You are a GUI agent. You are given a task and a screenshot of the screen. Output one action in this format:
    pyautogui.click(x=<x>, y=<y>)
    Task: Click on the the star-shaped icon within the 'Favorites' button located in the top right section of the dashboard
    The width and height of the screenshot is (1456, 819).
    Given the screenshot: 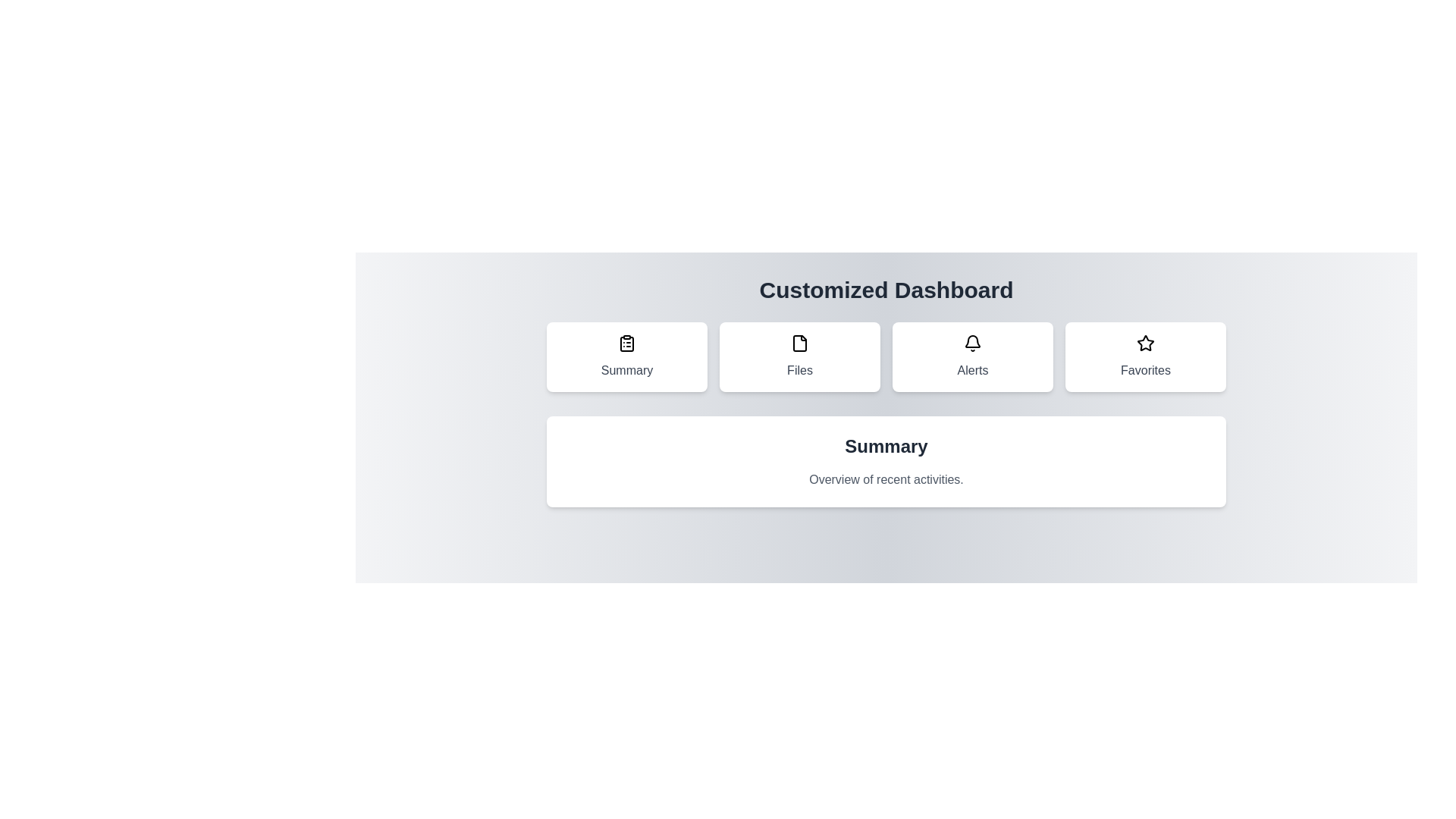 What is the action you would take?
    pyautogui.click(x=1145, y=342)
    